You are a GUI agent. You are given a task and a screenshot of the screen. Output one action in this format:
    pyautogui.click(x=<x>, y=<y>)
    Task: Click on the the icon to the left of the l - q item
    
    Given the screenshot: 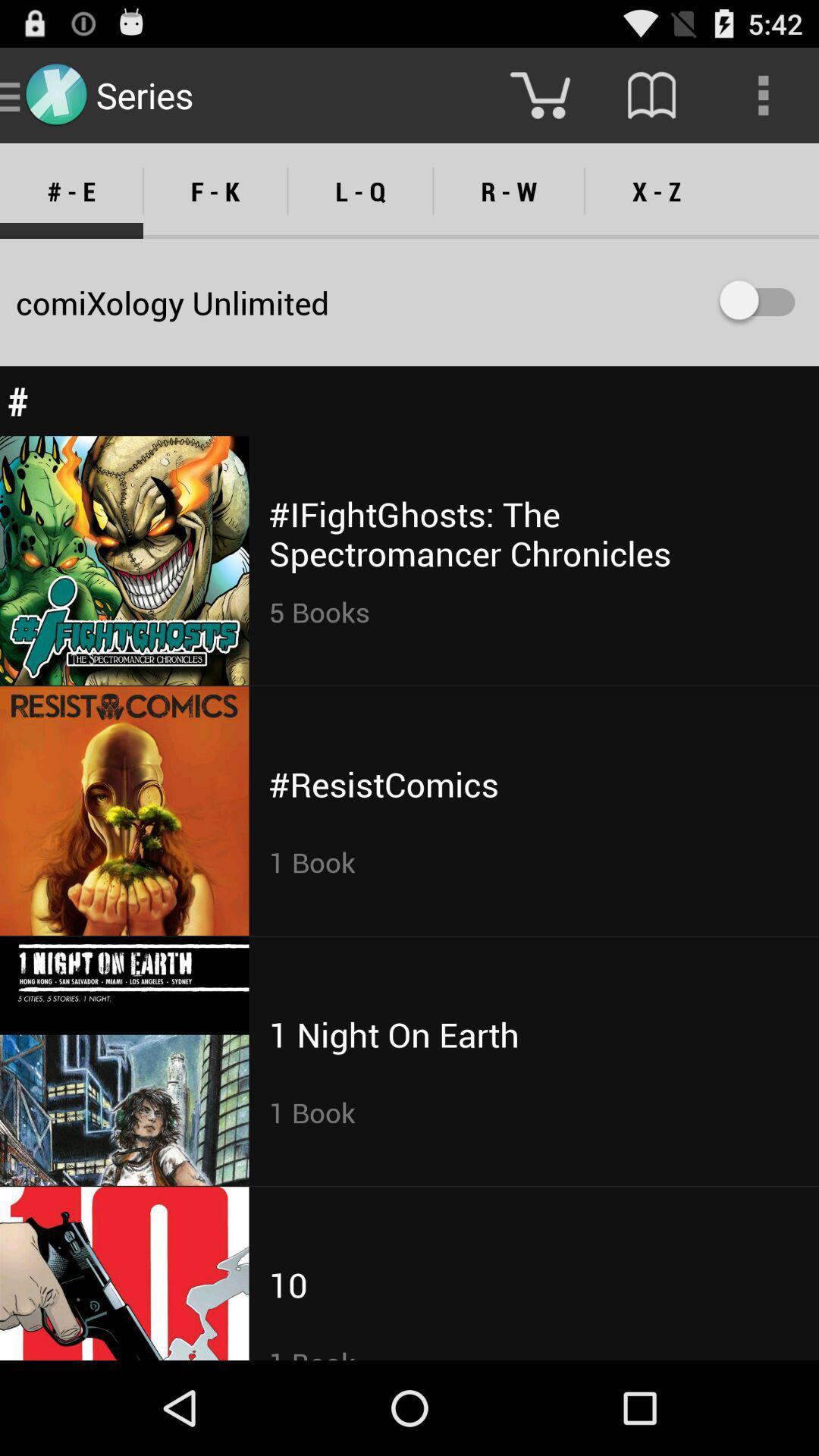 What is the action you would take?
    pyautogui.click(x=215, y=190)
    